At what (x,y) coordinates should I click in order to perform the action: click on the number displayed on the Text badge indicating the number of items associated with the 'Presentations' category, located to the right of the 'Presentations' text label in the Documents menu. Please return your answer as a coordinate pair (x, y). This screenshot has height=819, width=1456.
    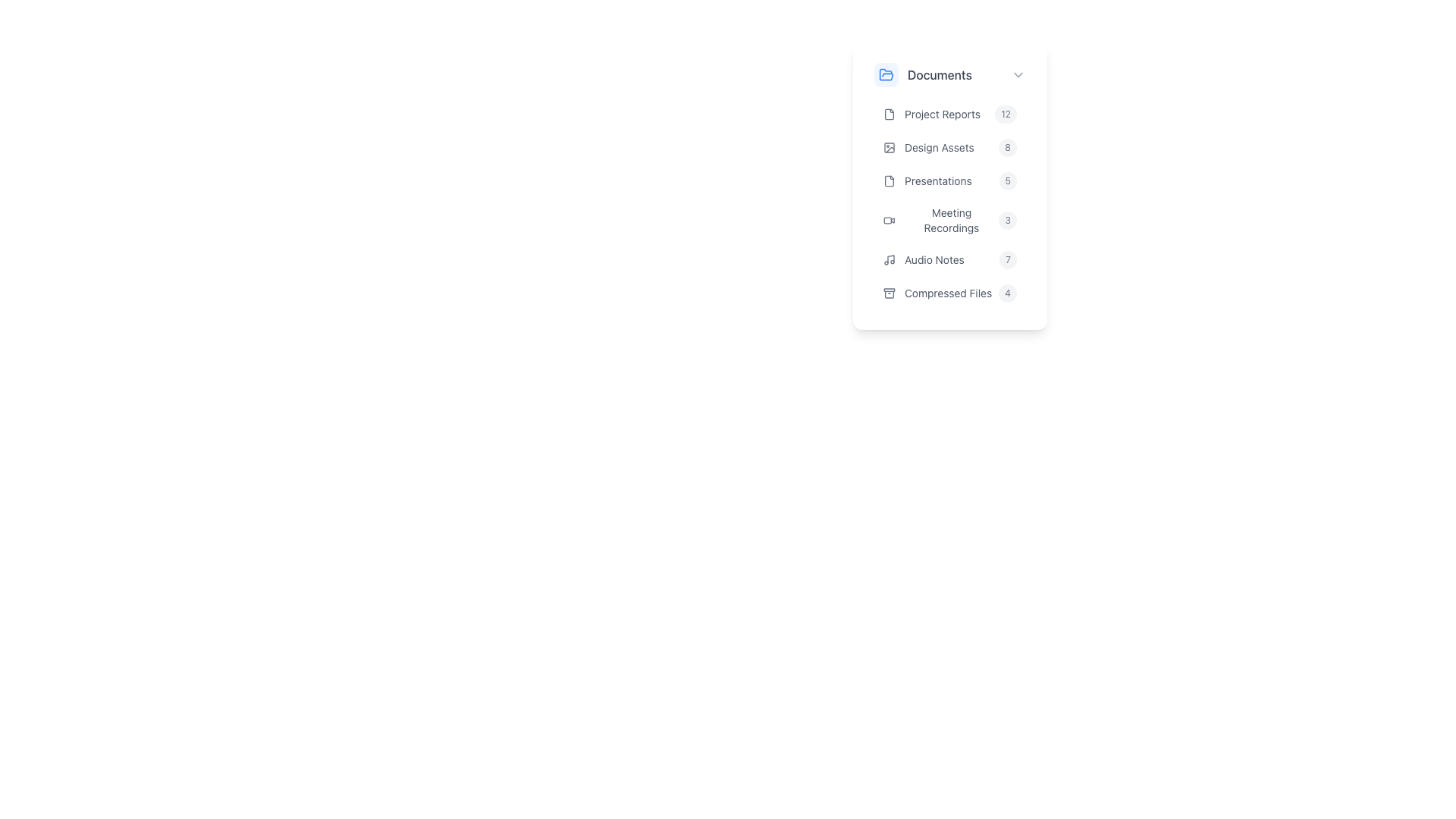
    Looking at the image, I should click on (1008, 180).